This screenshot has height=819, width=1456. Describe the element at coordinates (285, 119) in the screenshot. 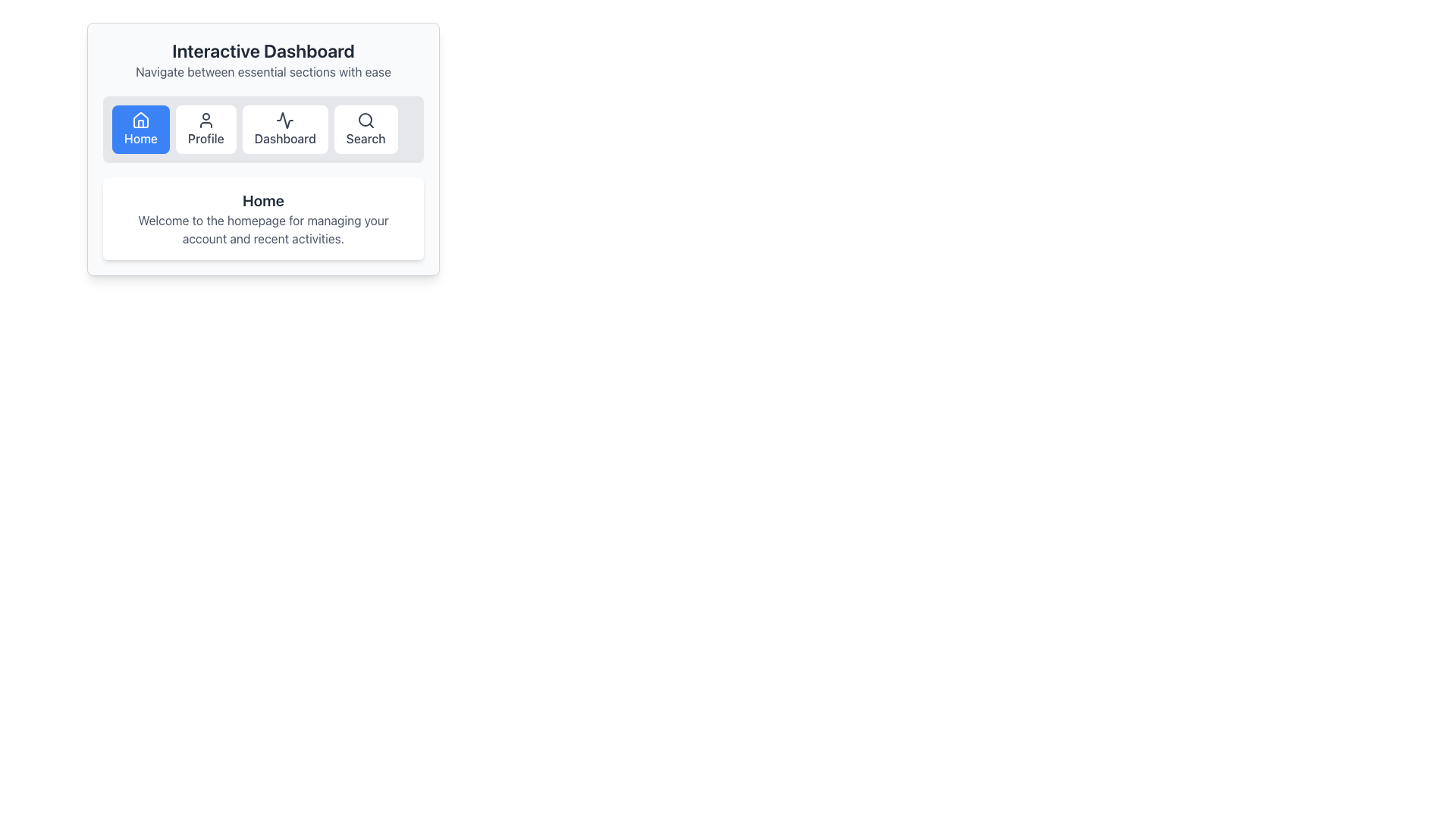

I see `the pulse wave icon within the Interactive Dashboard panel, which is the third button in a row of four icons` at that location.